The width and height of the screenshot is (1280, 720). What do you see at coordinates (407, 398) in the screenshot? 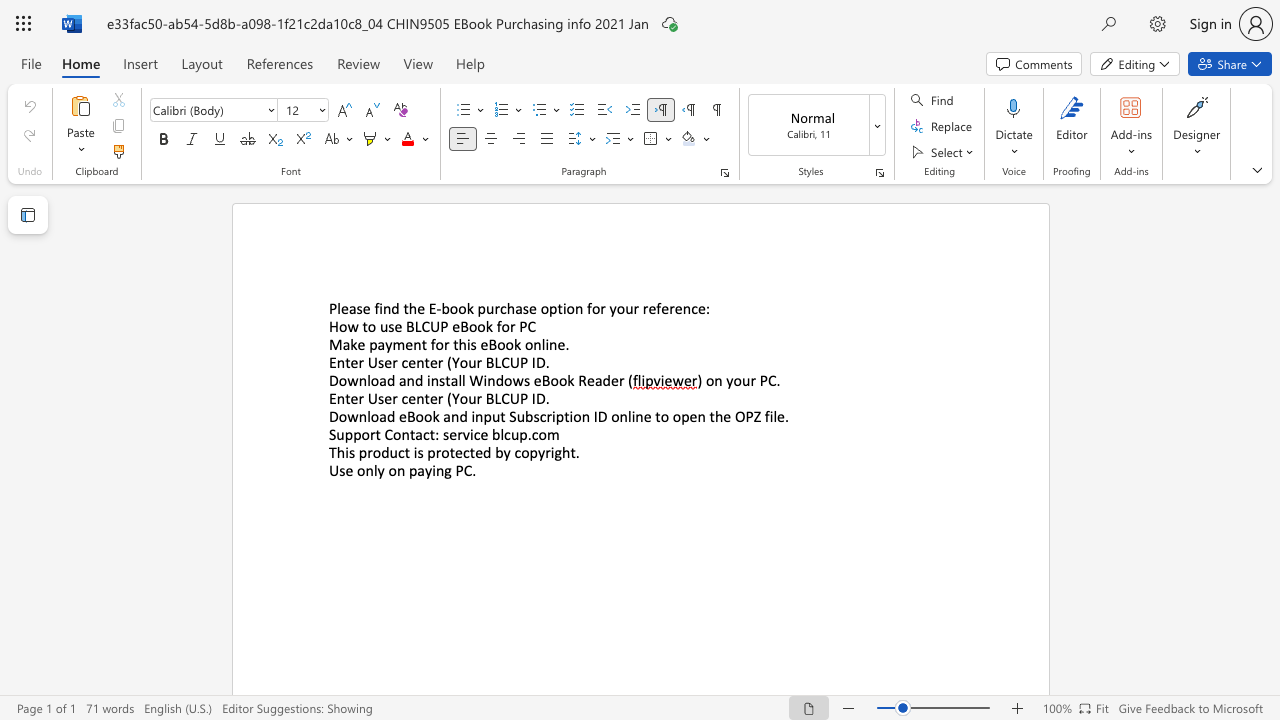
I see `the subset text "enter" within the text "Enter User center (Your BLCUP ID"` at bounding box center [407, 398].